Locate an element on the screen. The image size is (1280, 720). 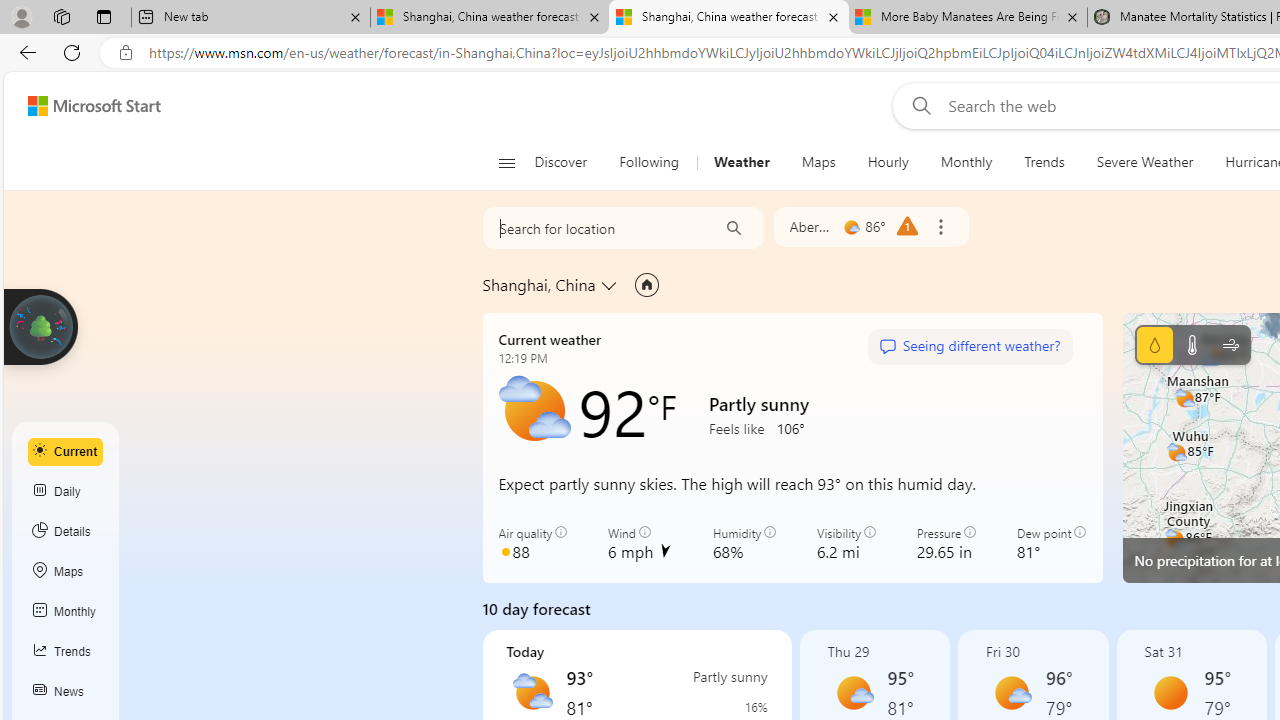
'Air quality 88' is located at coordinates (533, 543).